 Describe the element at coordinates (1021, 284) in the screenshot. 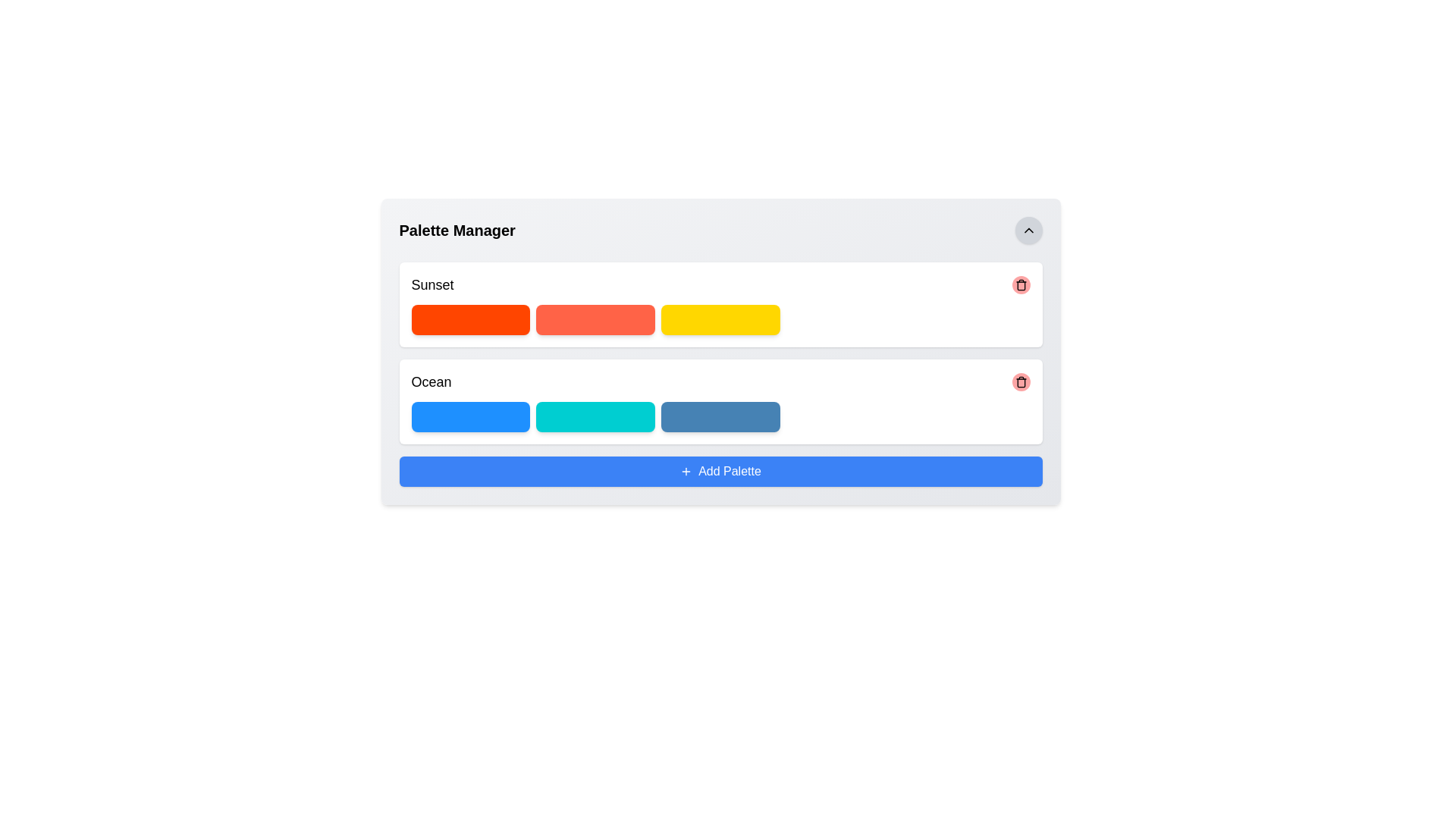

I see `the delete icon button located at the top-right corner of the 'Sunset' palette group` at that location.